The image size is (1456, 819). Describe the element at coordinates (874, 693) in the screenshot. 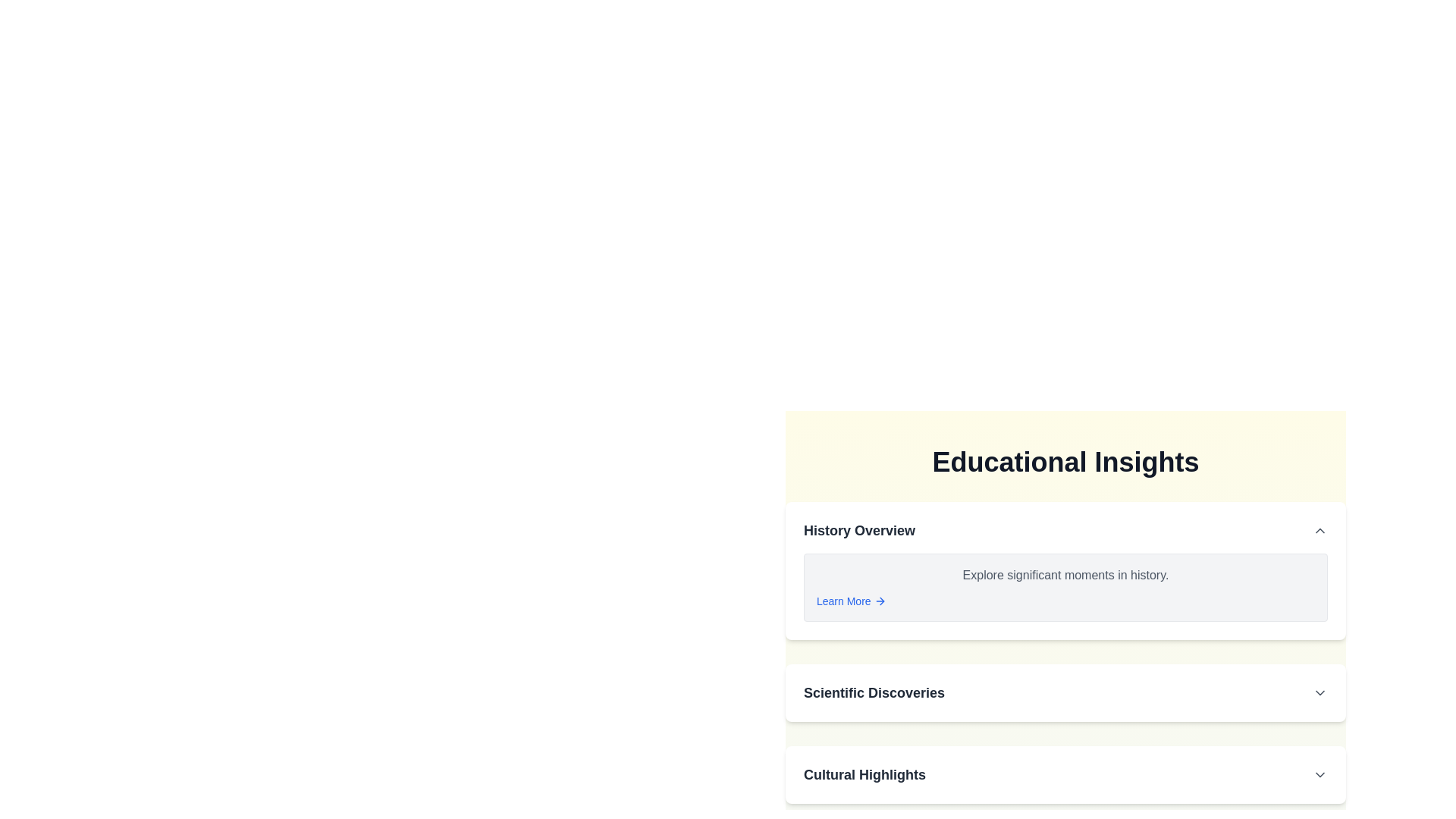

I see `section heading text labeled 'Scientific Discoveries', which is styled in a larger, bold sans-serif font and prominently displayed in dark gray on a light background` at that location.